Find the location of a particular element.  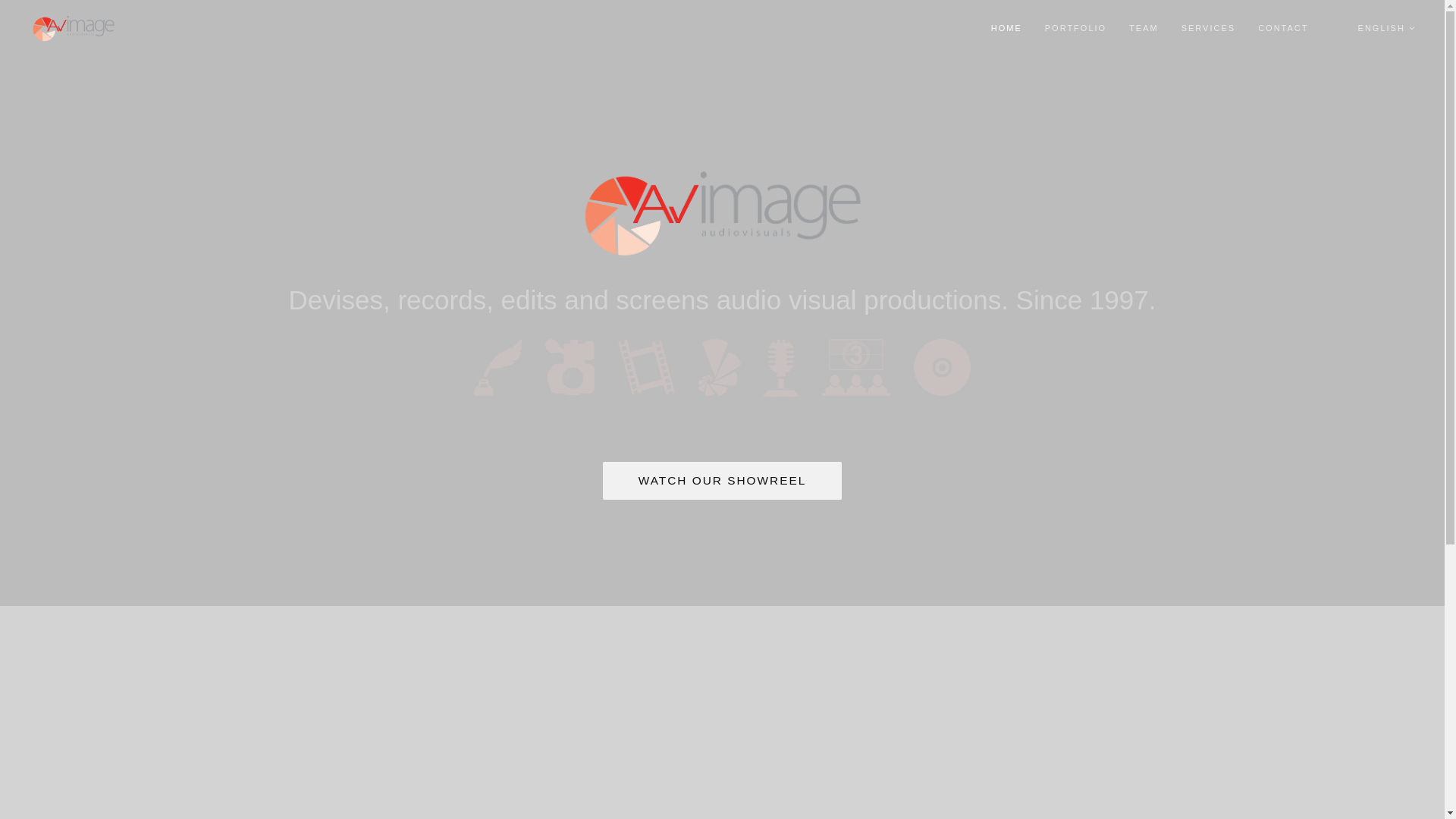

'Grafiek' is located at coordinates (718, 367).